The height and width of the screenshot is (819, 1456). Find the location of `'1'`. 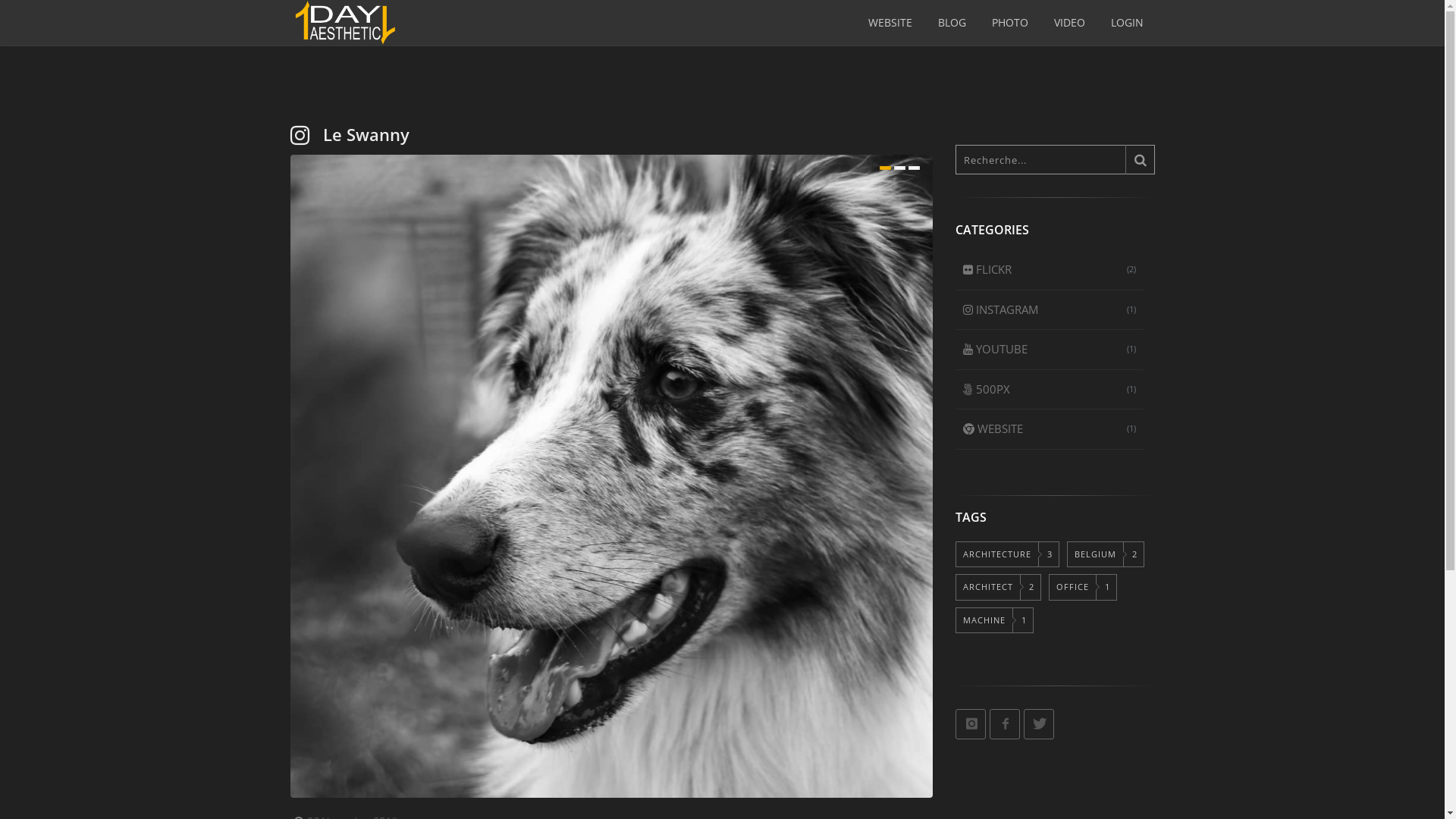

'1' is located at coordinates (885, 168).